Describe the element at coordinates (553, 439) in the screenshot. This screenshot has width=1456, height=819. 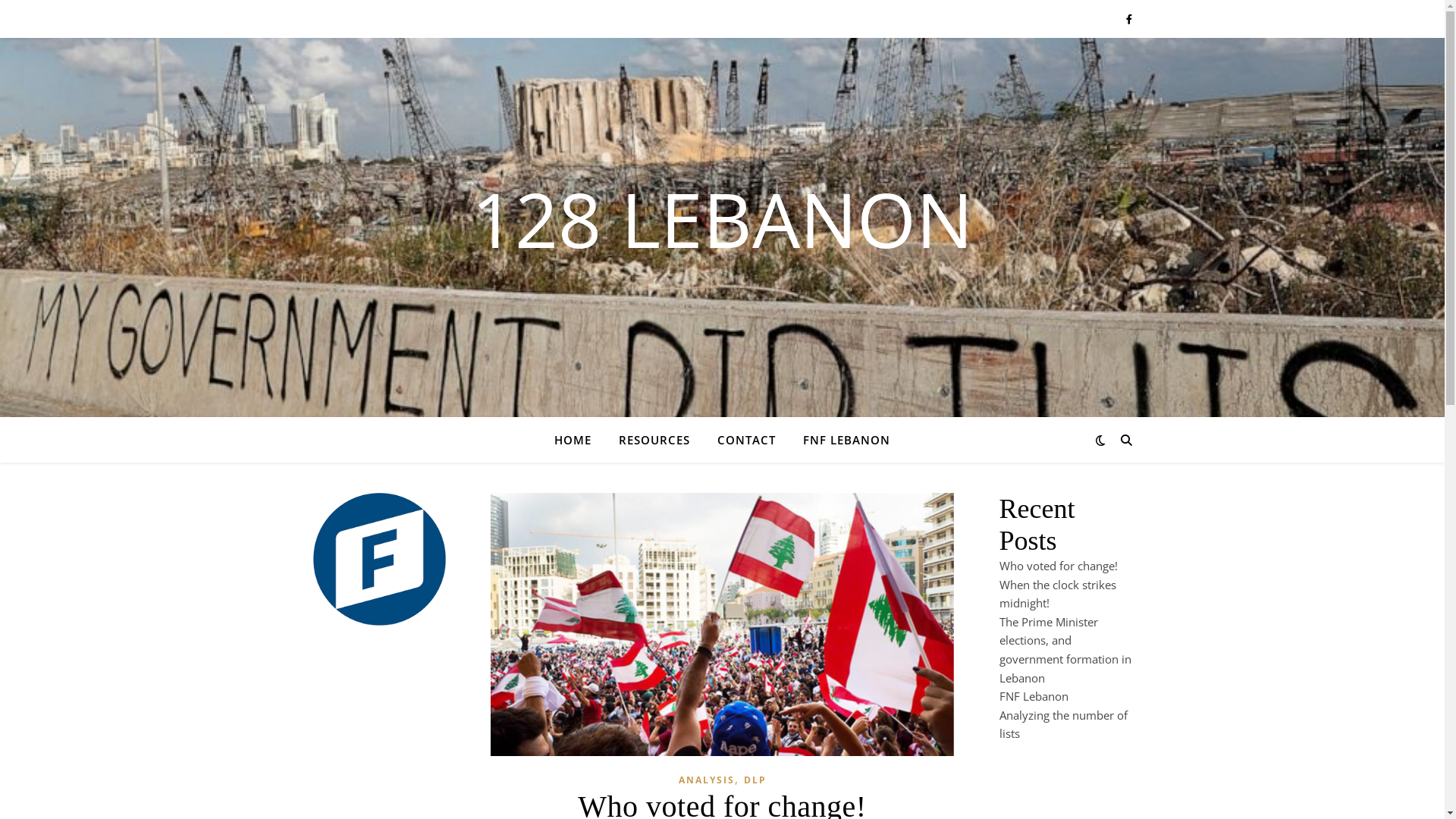
I see `'HOME'` at that location.